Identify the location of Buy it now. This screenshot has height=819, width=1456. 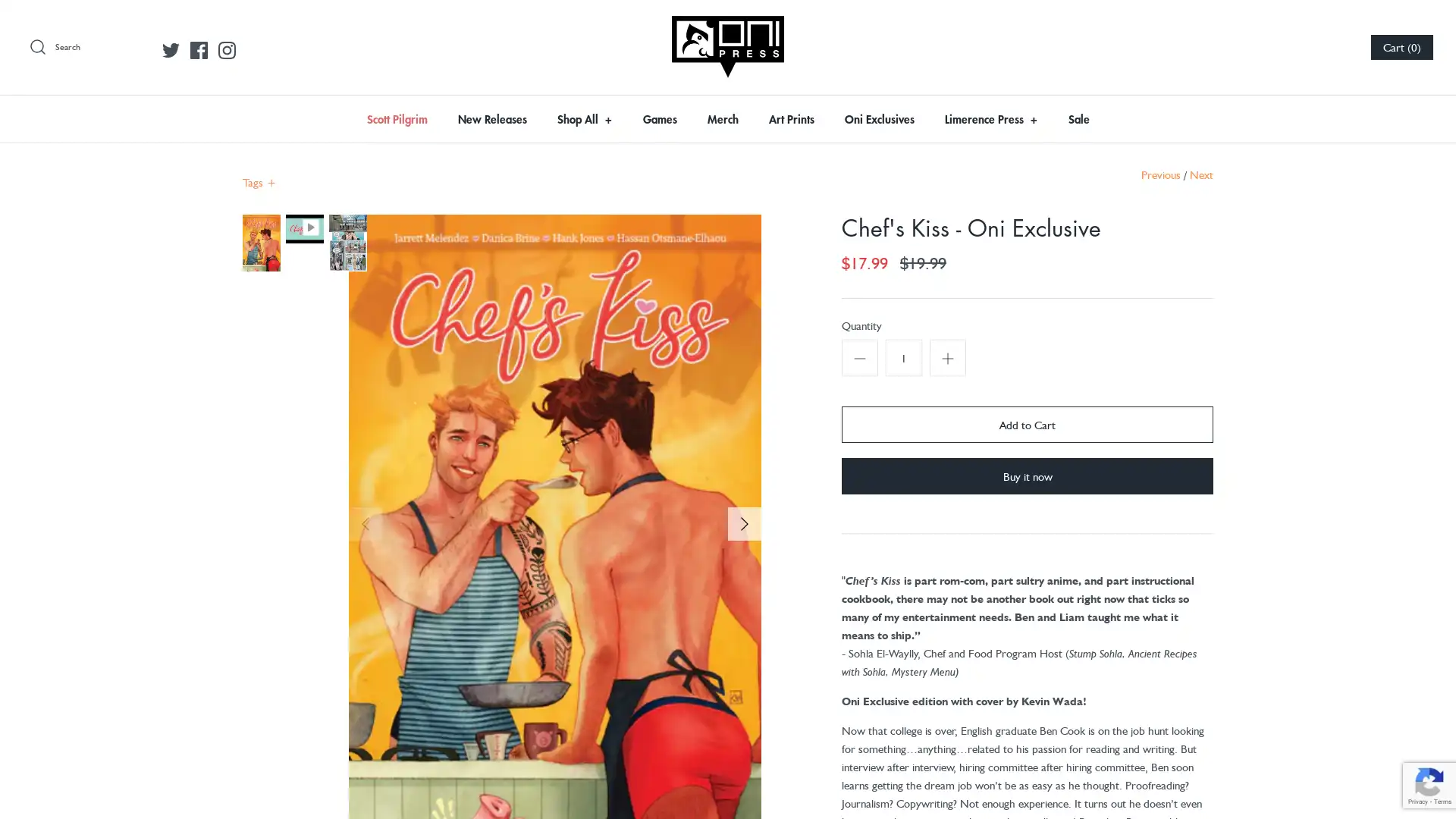
(1027, 475).